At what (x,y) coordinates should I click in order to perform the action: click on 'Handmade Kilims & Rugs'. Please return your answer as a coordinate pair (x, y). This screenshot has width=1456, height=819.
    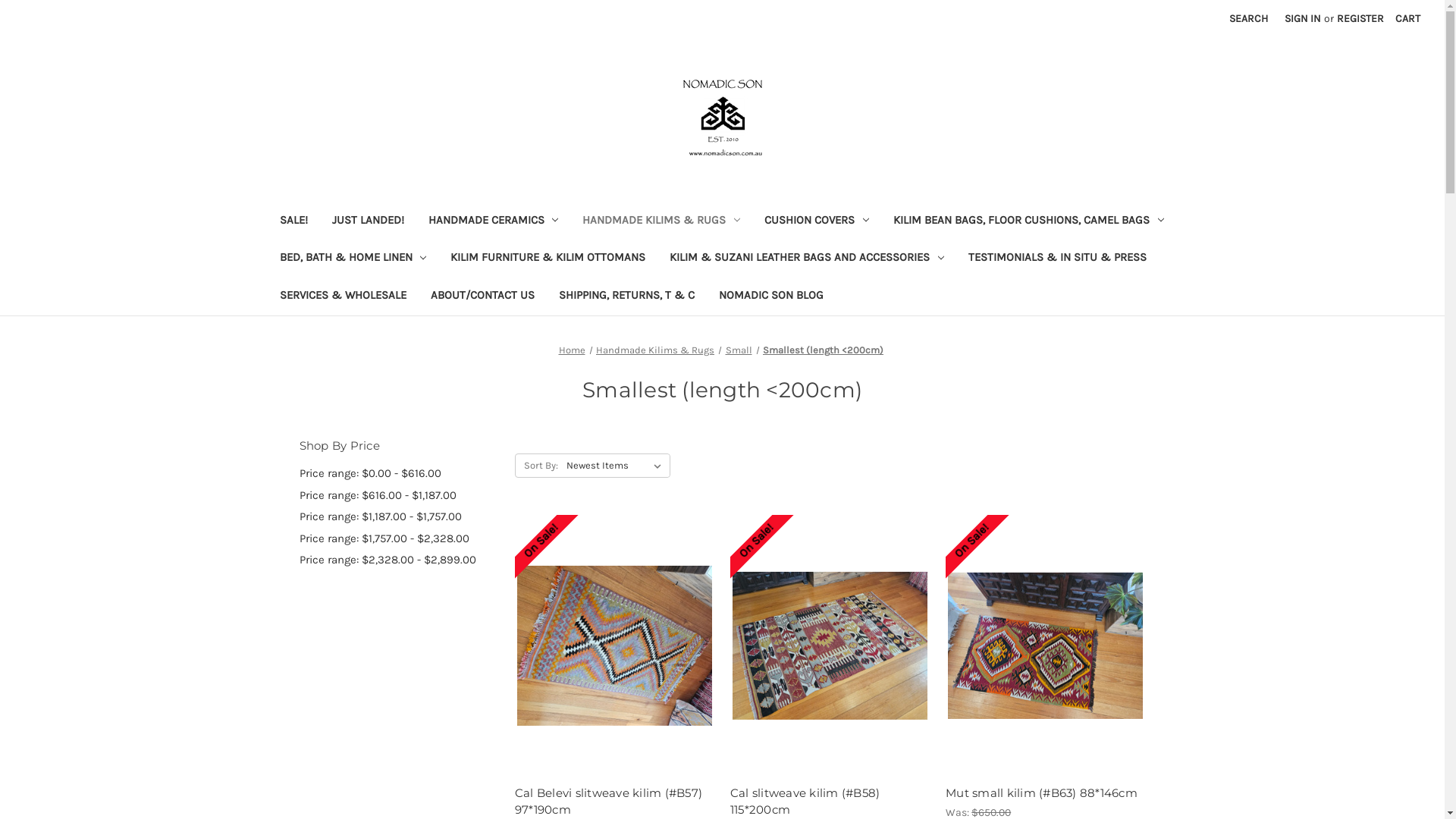
    Looking at the image, I should click on (655, 350).